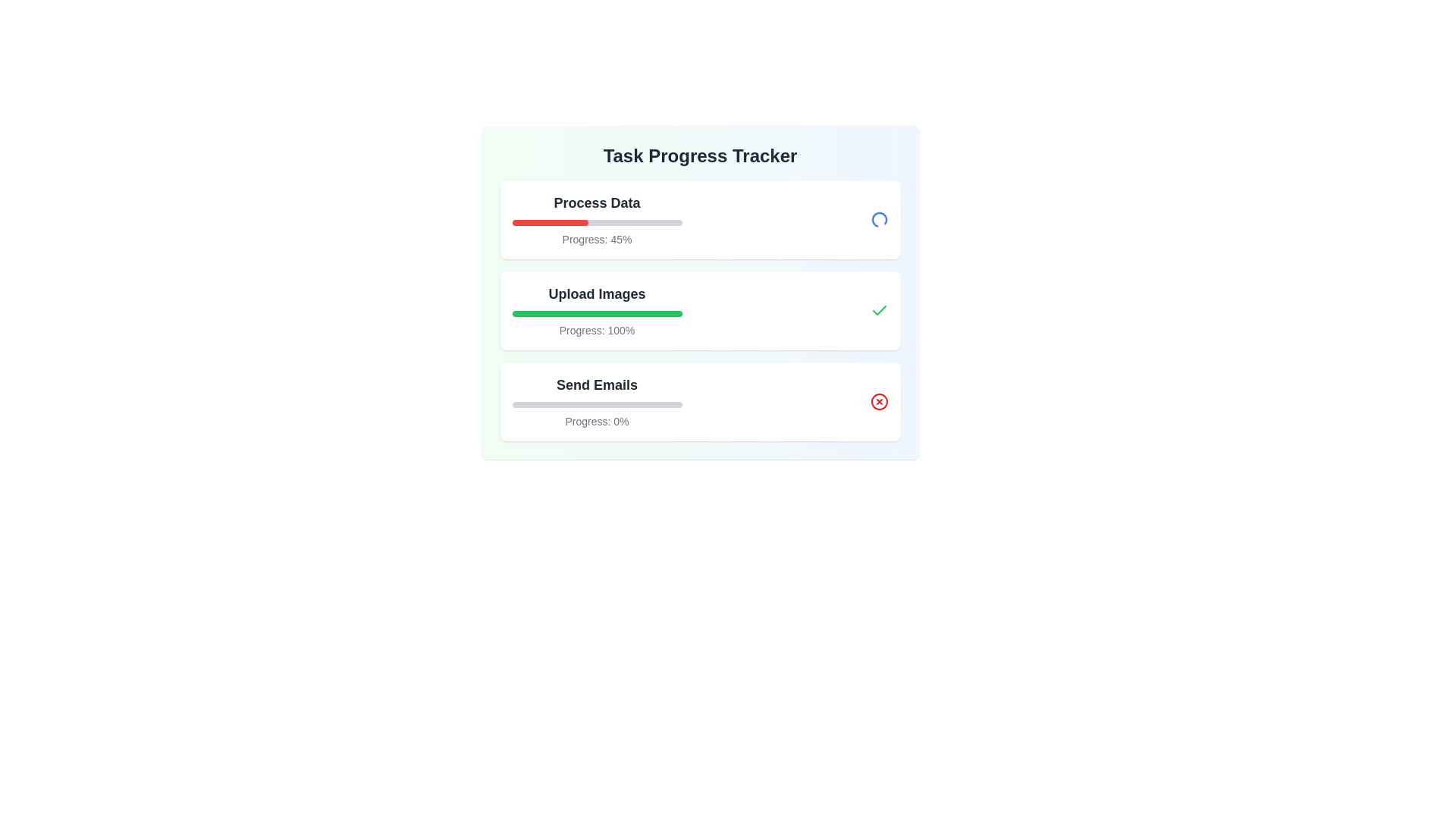  What do you see at coordinates (596, 294) in the screenshot?
I see `the text label that displays 'Upload Images' in bold, large dark gray font, positioned above the progress bar in the 'Task Progress Tracker' interface` at bounding box center [596, 294].